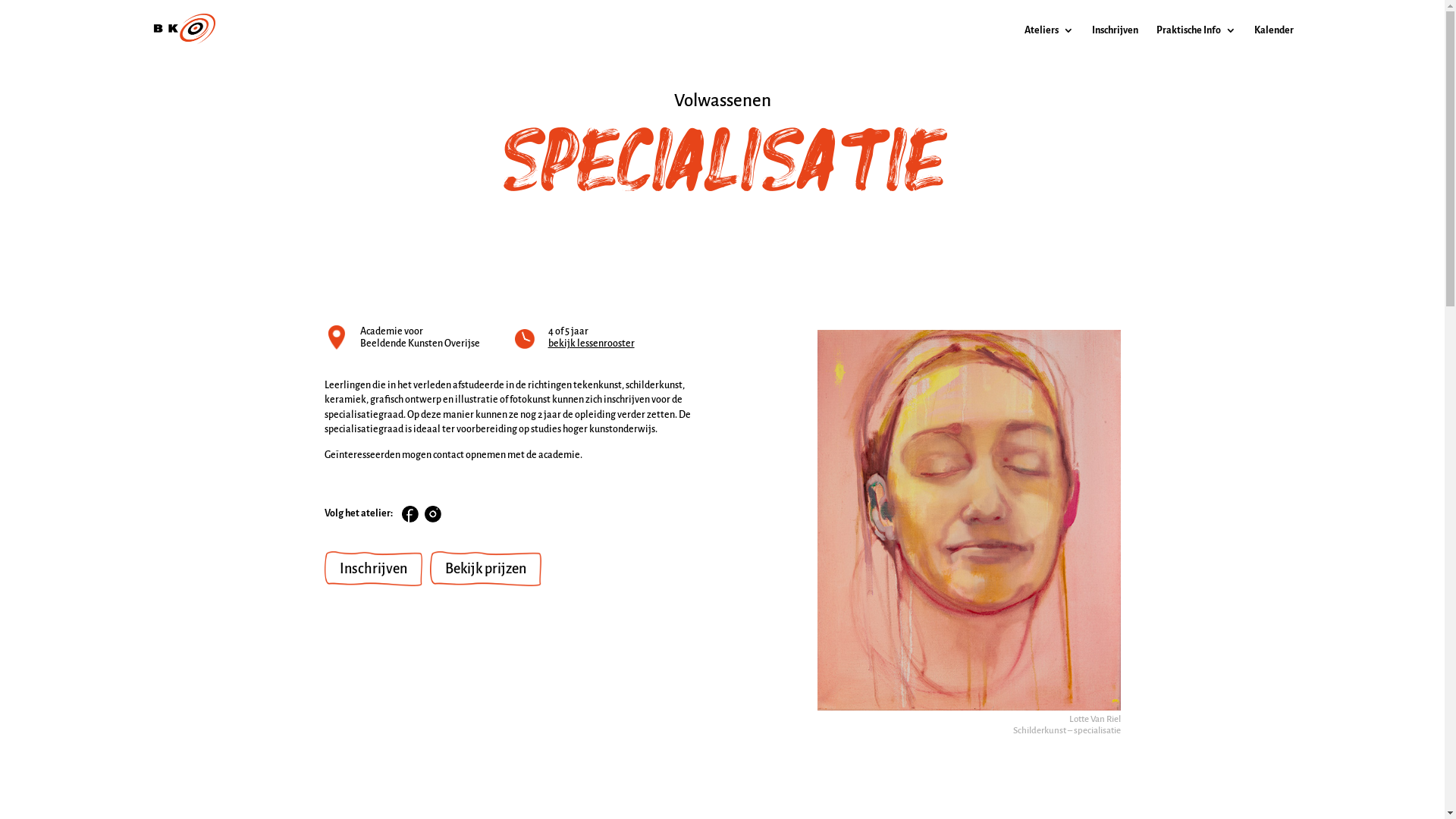 The height and width of the screenshot is (819, 1456). I want to click on 'Beeldende Kunsten Overijse', so click(359, 343).